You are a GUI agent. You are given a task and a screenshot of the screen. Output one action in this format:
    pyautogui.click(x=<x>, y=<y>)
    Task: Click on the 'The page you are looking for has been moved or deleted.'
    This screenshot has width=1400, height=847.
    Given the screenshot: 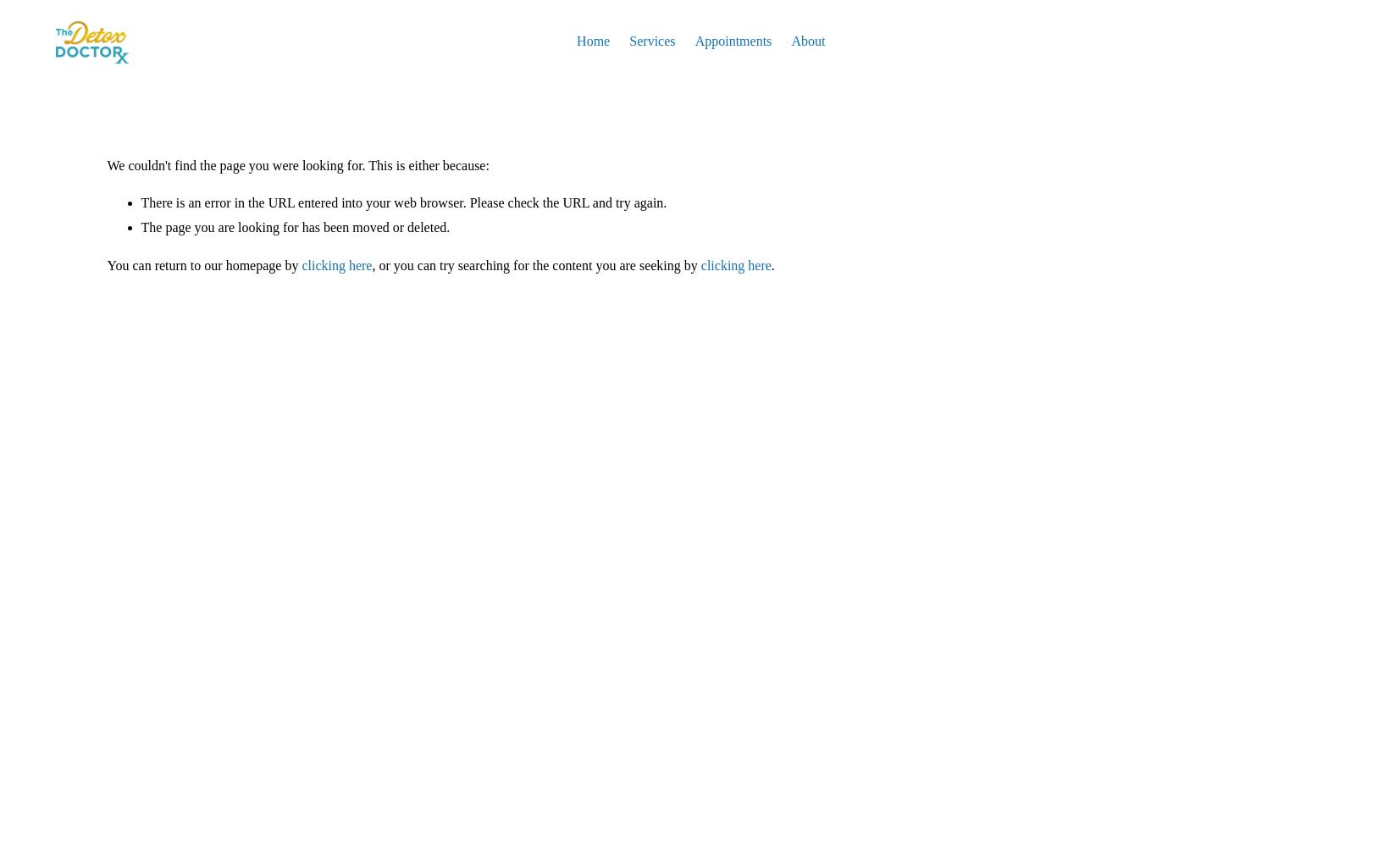 What is the action you would take?
    pyautogui.click(x=294, y=227)
    